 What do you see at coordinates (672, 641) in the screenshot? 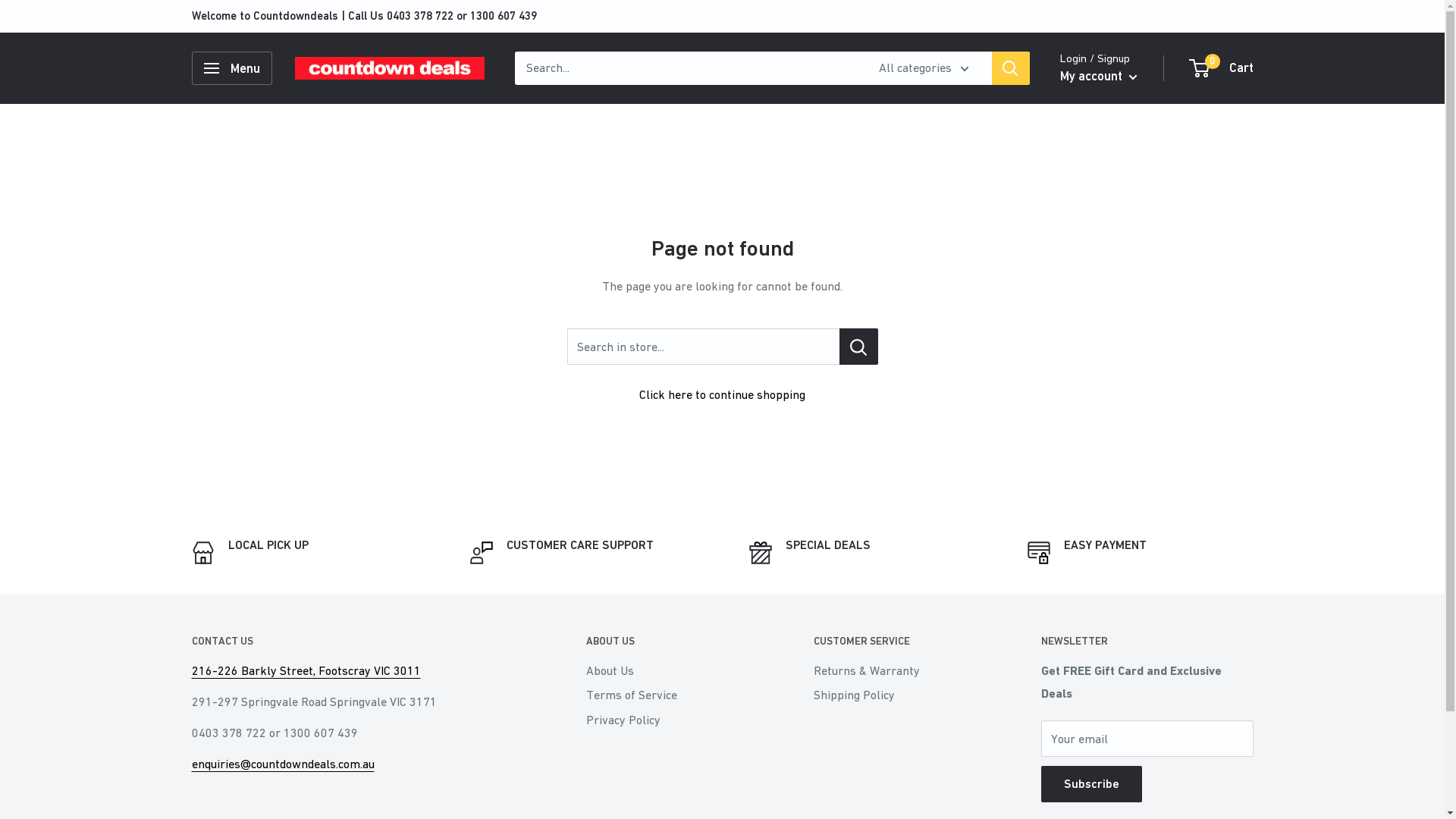
I see `'ABOUT US'` at bounding box center [672, 641].